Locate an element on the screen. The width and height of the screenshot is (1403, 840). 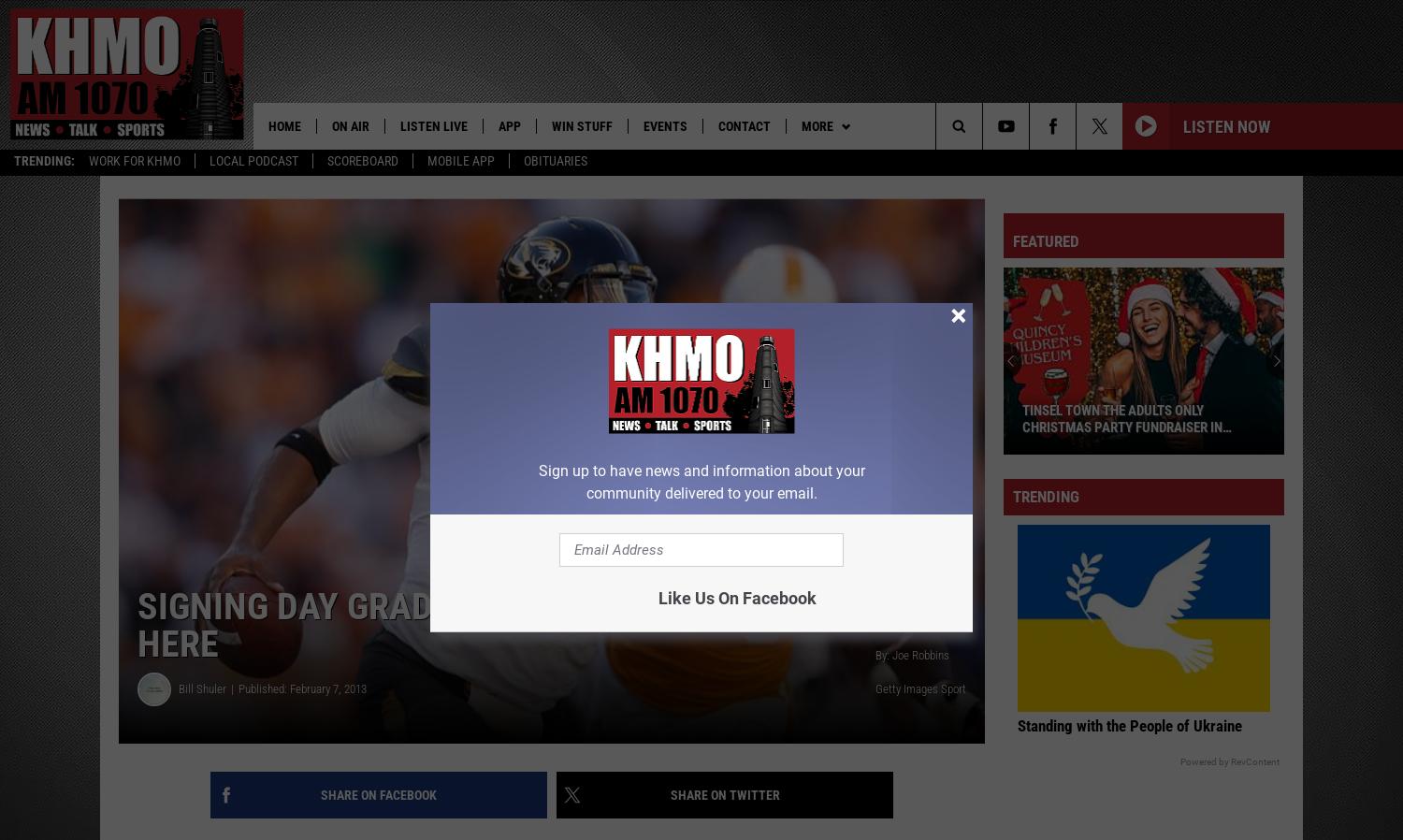
'On air' is located at coordinates (348, 124).